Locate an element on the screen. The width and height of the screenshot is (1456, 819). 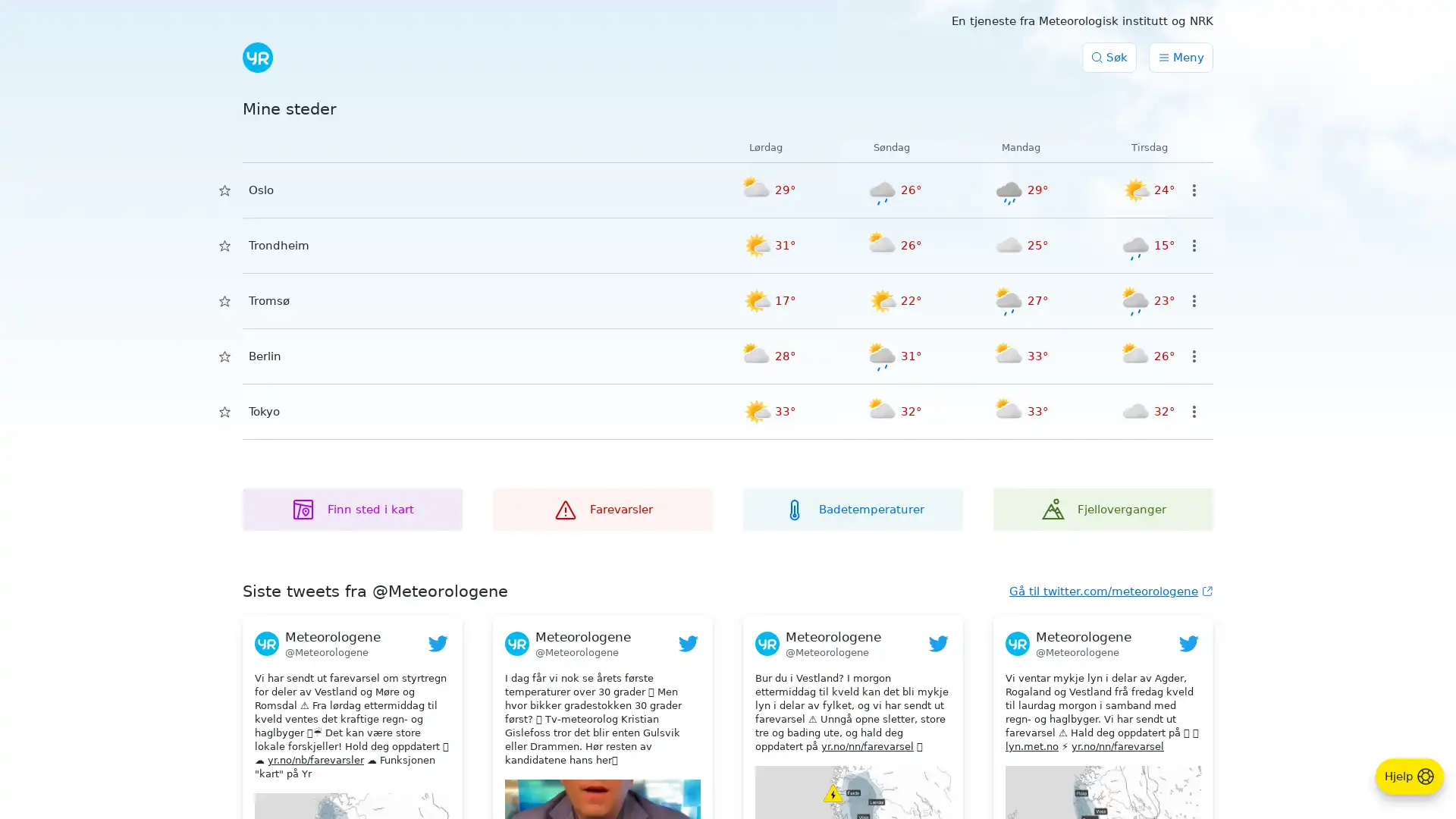
Submit is located at coordinates (280, 58).